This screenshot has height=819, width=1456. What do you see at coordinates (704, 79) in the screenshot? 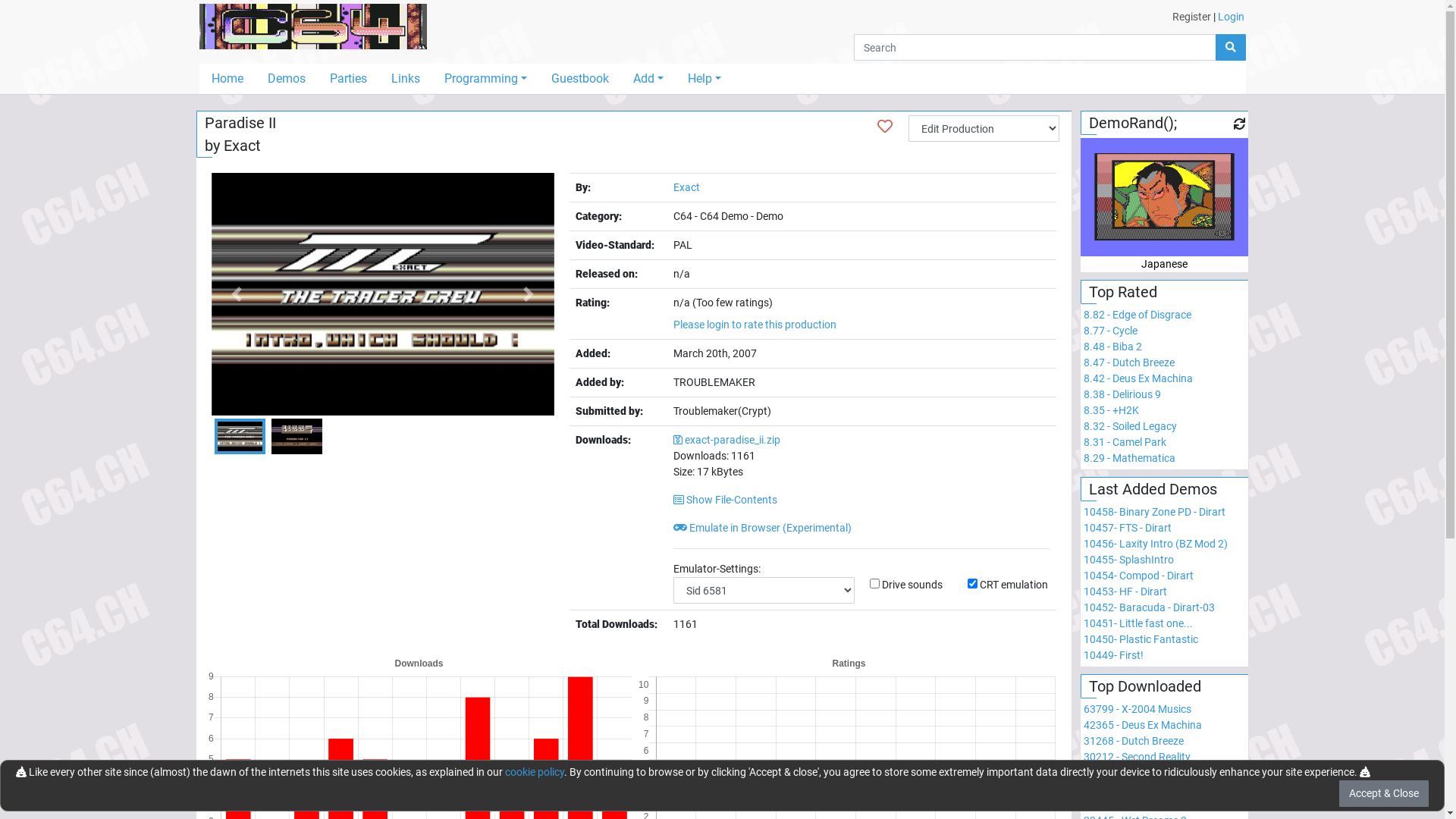
I see `'Help'` at bounding box center [704, 79].